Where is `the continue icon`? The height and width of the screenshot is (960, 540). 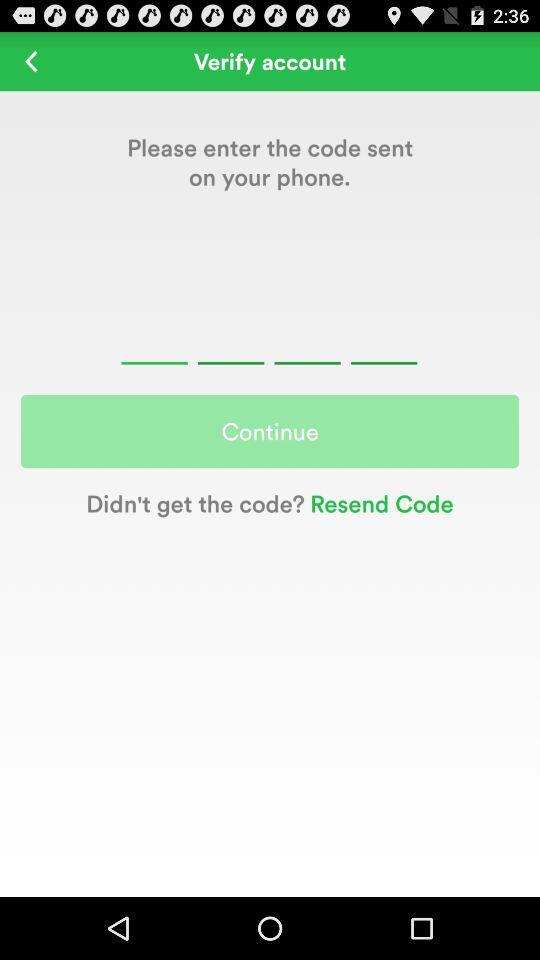 the continue icon is located at coordinates (270, 431).